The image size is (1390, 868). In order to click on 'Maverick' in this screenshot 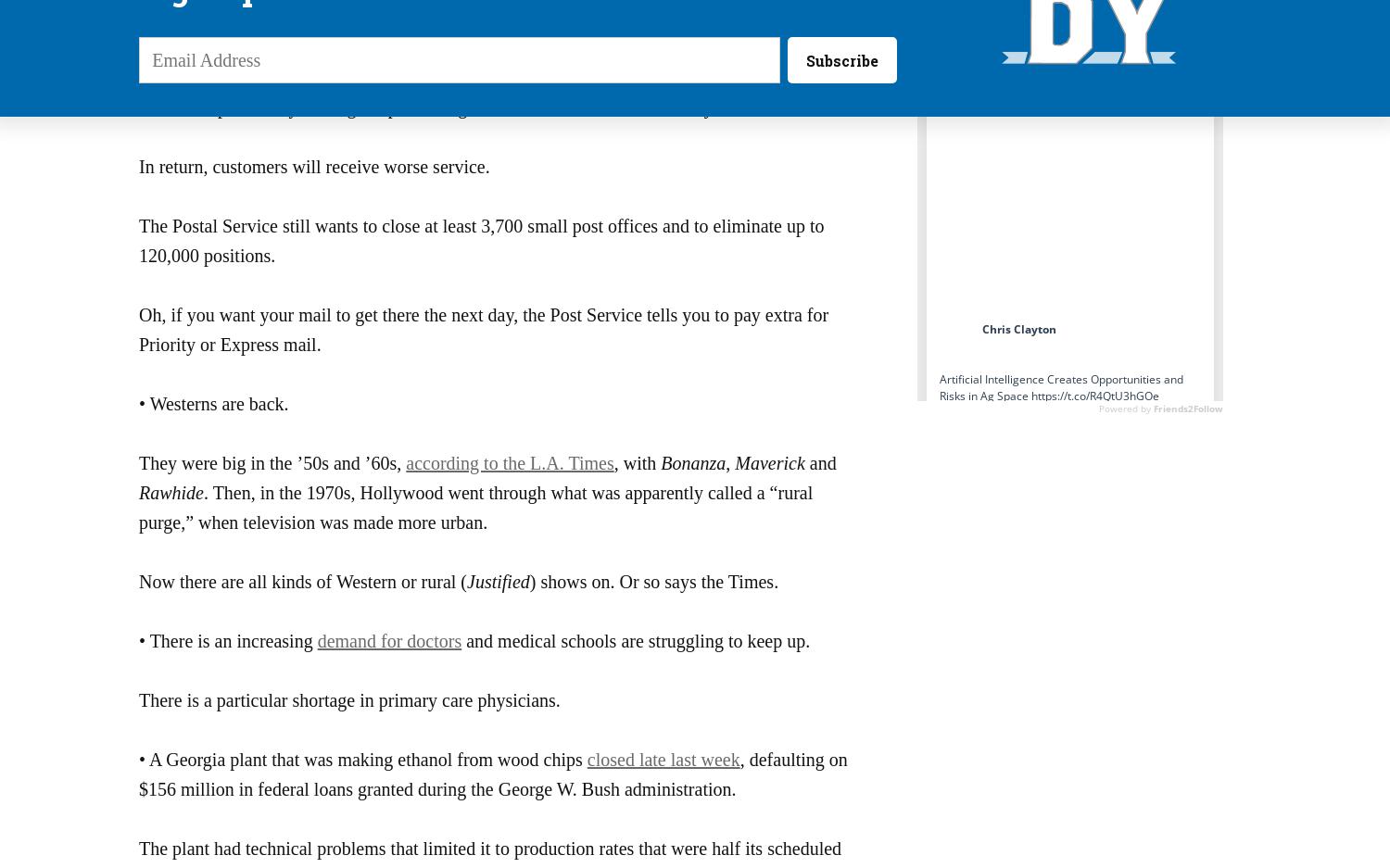, I will do `click(768, 462)`.